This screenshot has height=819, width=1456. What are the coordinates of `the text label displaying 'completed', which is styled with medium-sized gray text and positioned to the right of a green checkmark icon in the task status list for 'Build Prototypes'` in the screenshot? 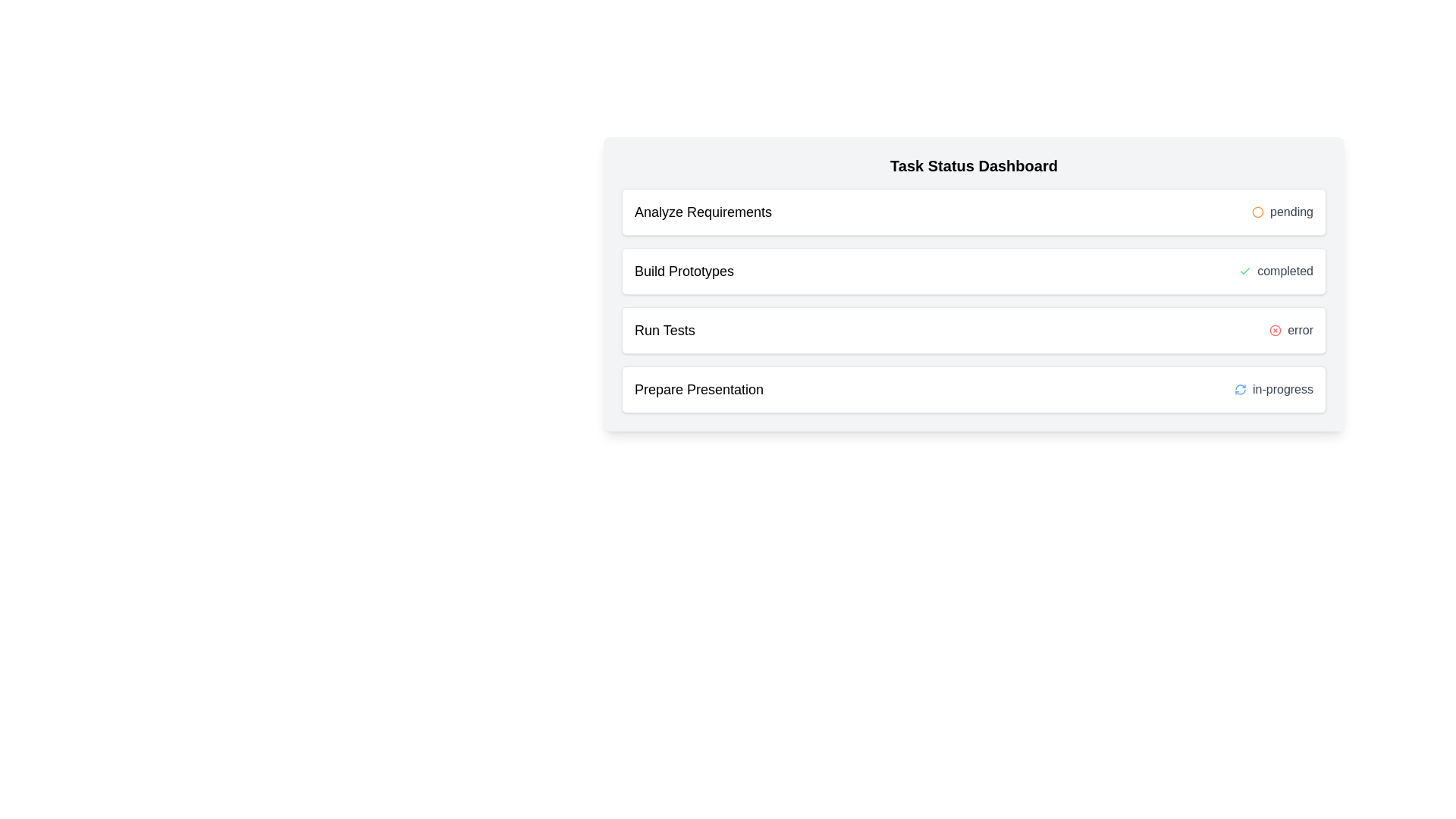 It's located at (1285, 271).